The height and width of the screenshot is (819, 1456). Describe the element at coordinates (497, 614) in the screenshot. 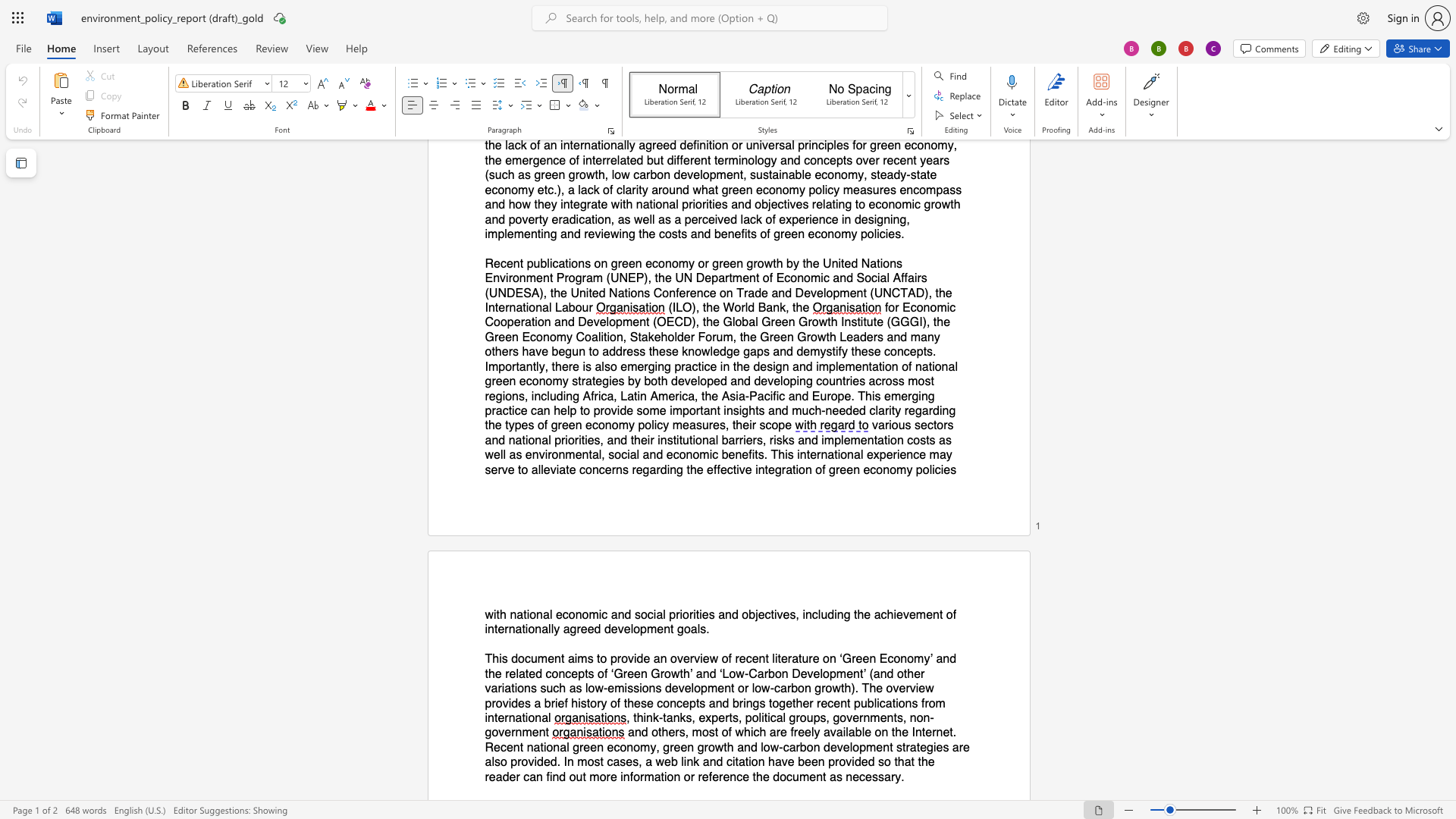

I see `the 1th character "t" in the text` at that location.